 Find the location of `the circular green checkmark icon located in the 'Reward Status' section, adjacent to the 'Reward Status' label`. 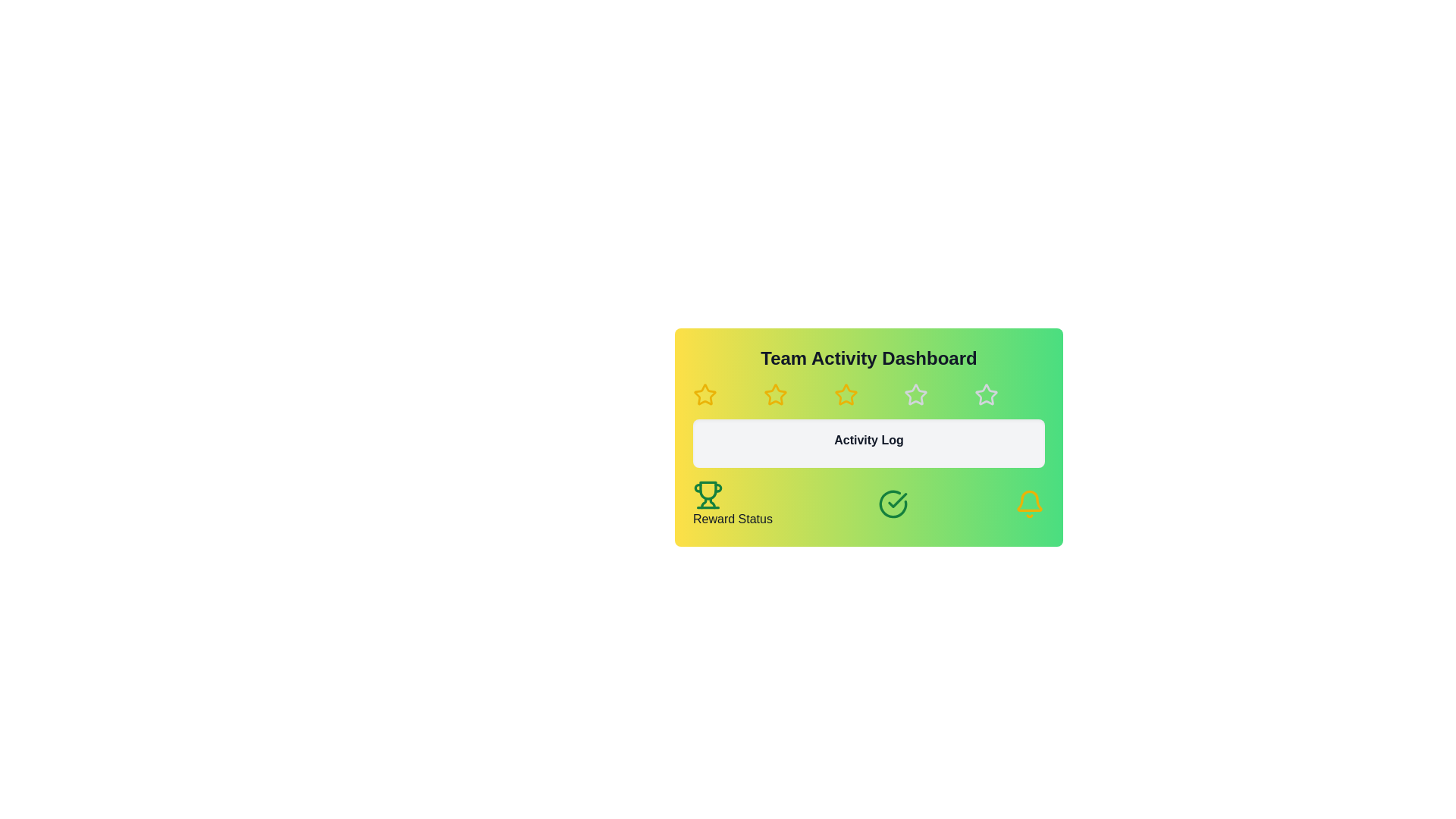

the circular green checkmark icon located in the 'Reward Status' section, adjacent to the 'Reward Status' label is located at coordinates (893, 504).